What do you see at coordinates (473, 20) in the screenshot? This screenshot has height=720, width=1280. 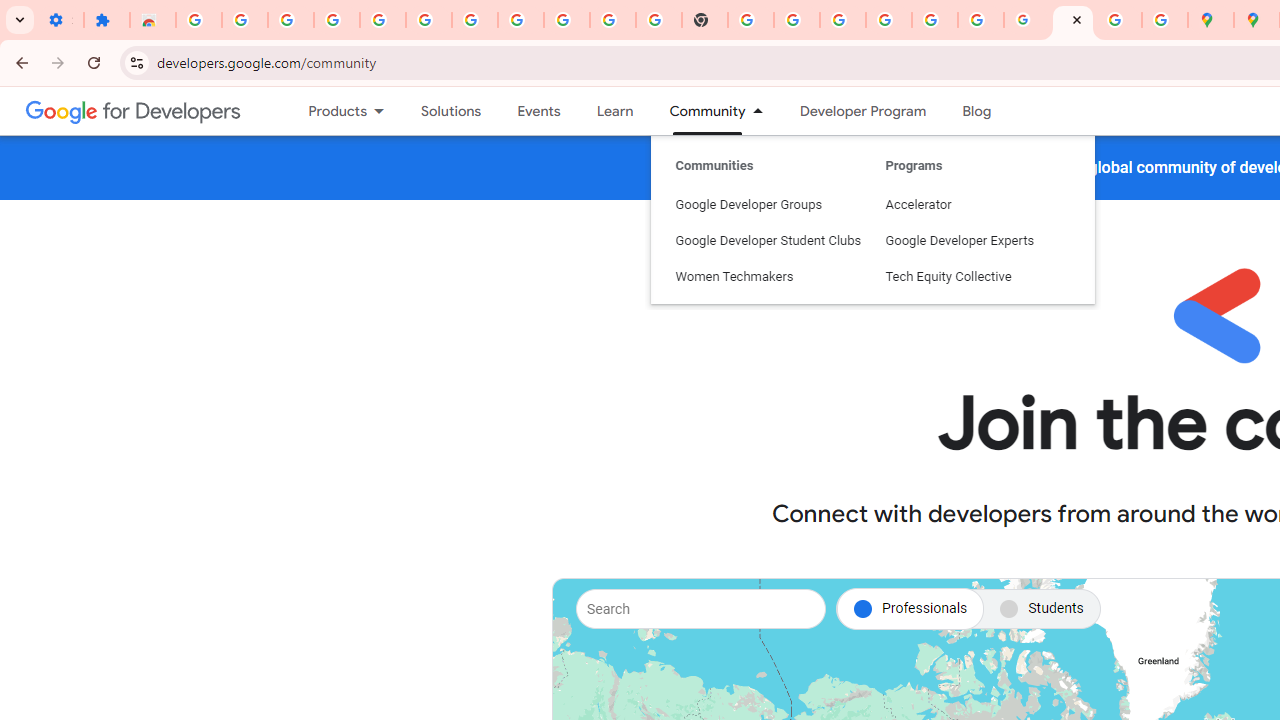 I see `'Sign in - Google Accounts'` at bounding box center [473, 20].